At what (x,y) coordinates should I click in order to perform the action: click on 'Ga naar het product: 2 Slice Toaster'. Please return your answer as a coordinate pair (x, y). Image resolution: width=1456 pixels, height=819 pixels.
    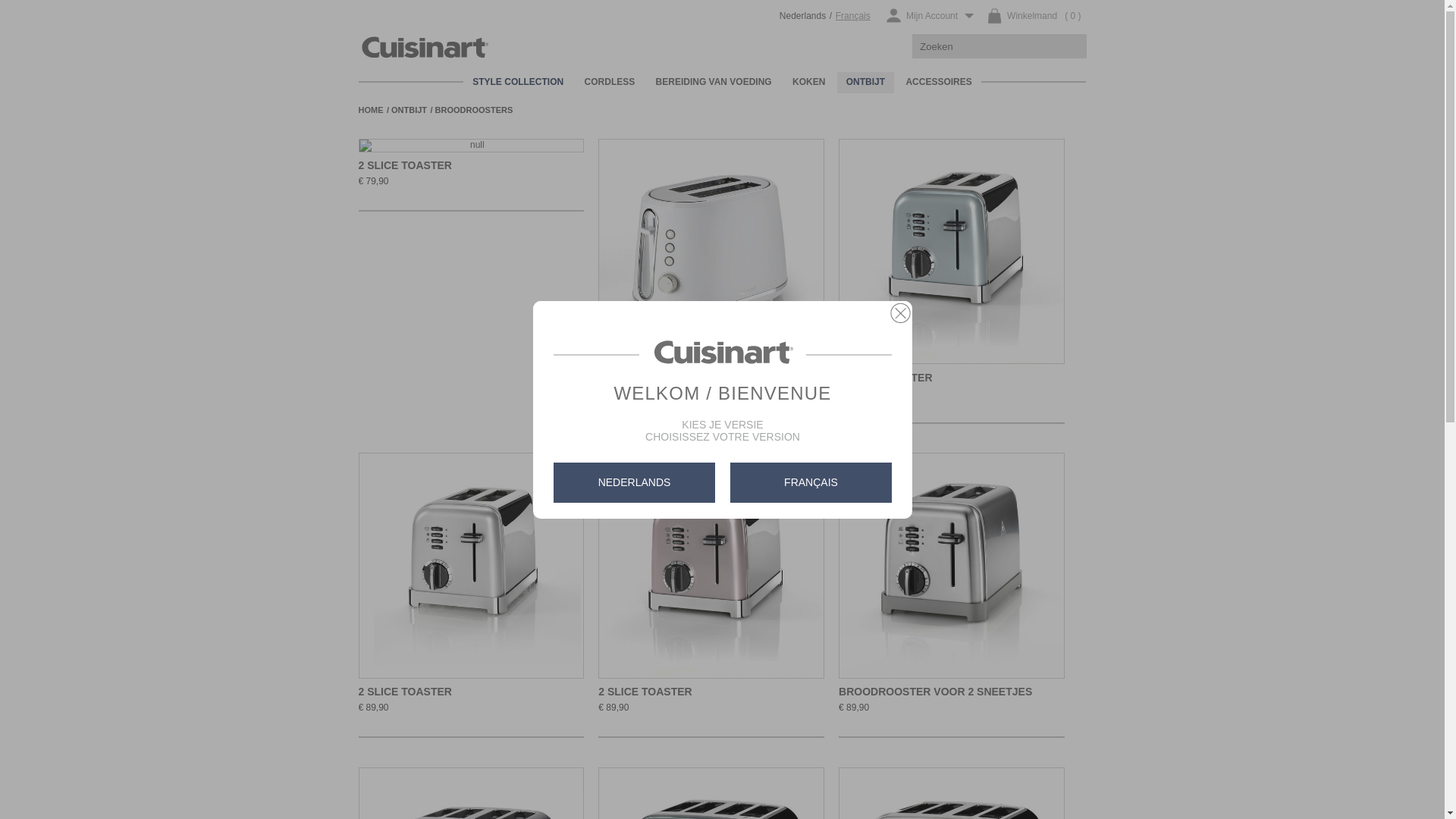
    Looking at the image, I should click on (356, 565).